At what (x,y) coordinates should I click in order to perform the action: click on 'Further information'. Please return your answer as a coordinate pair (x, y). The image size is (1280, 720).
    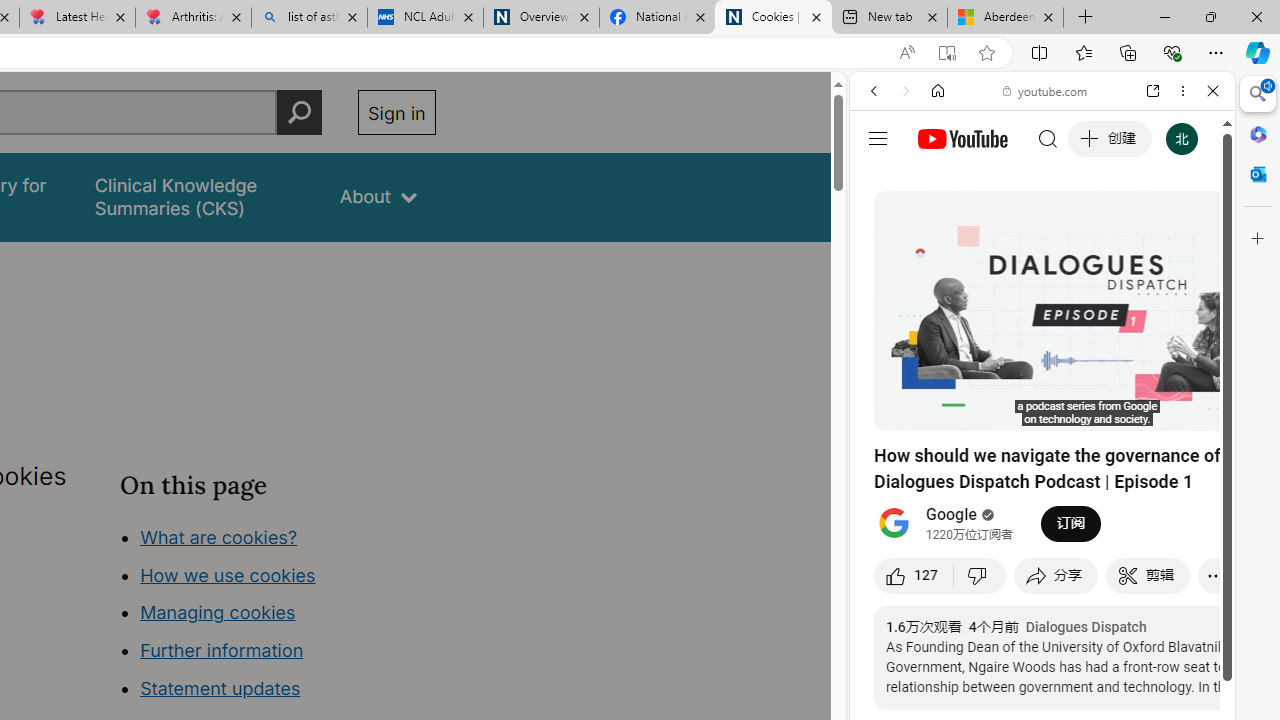
    Looking at the image, I should click on (222, 650).